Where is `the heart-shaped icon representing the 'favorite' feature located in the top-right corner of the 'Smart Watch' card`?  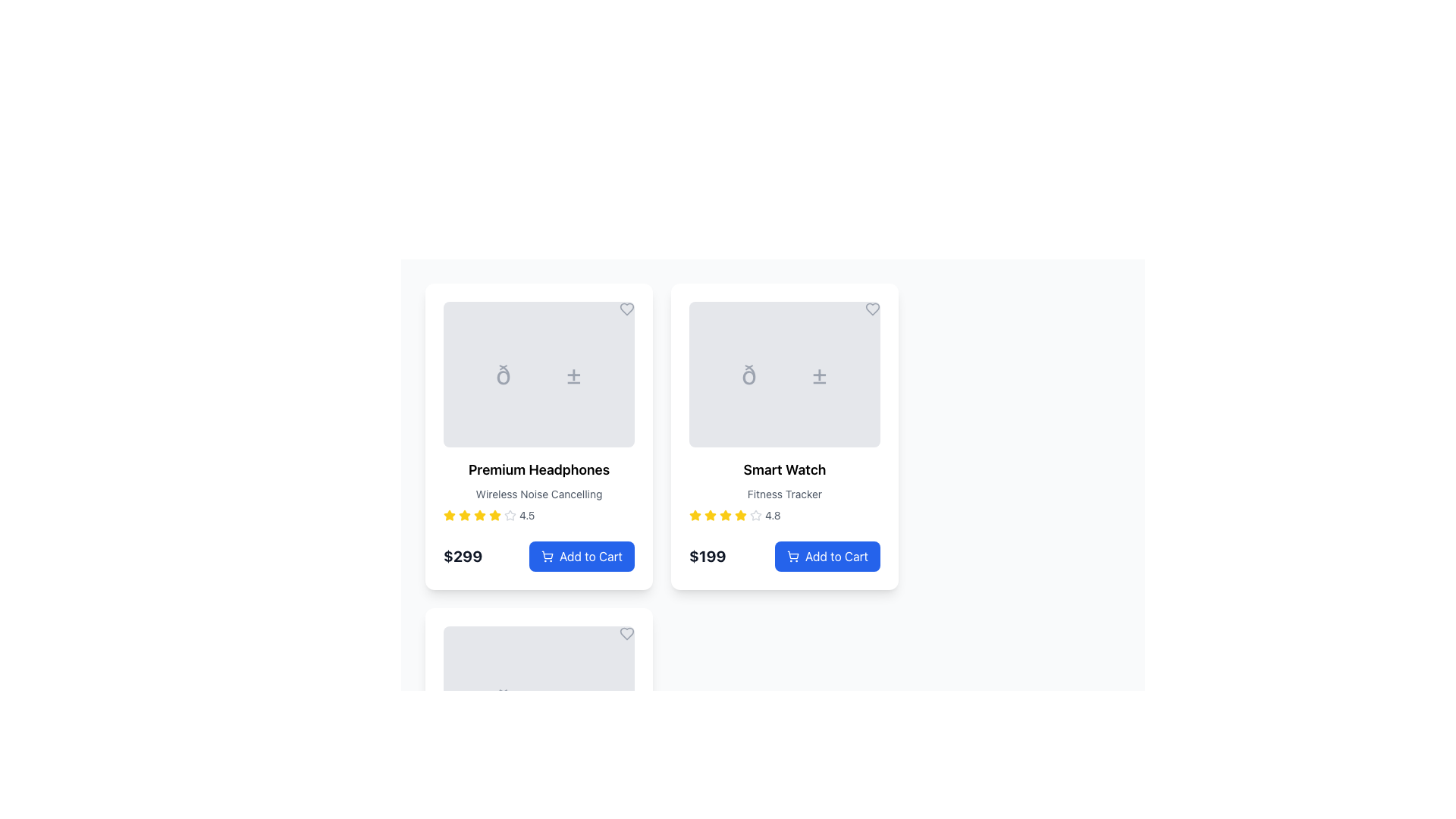
the heart-shaped icon representing the 'favorite' feature located in the top-right corner of the 'Smart Watch' card is located at coordinates (626, 309).